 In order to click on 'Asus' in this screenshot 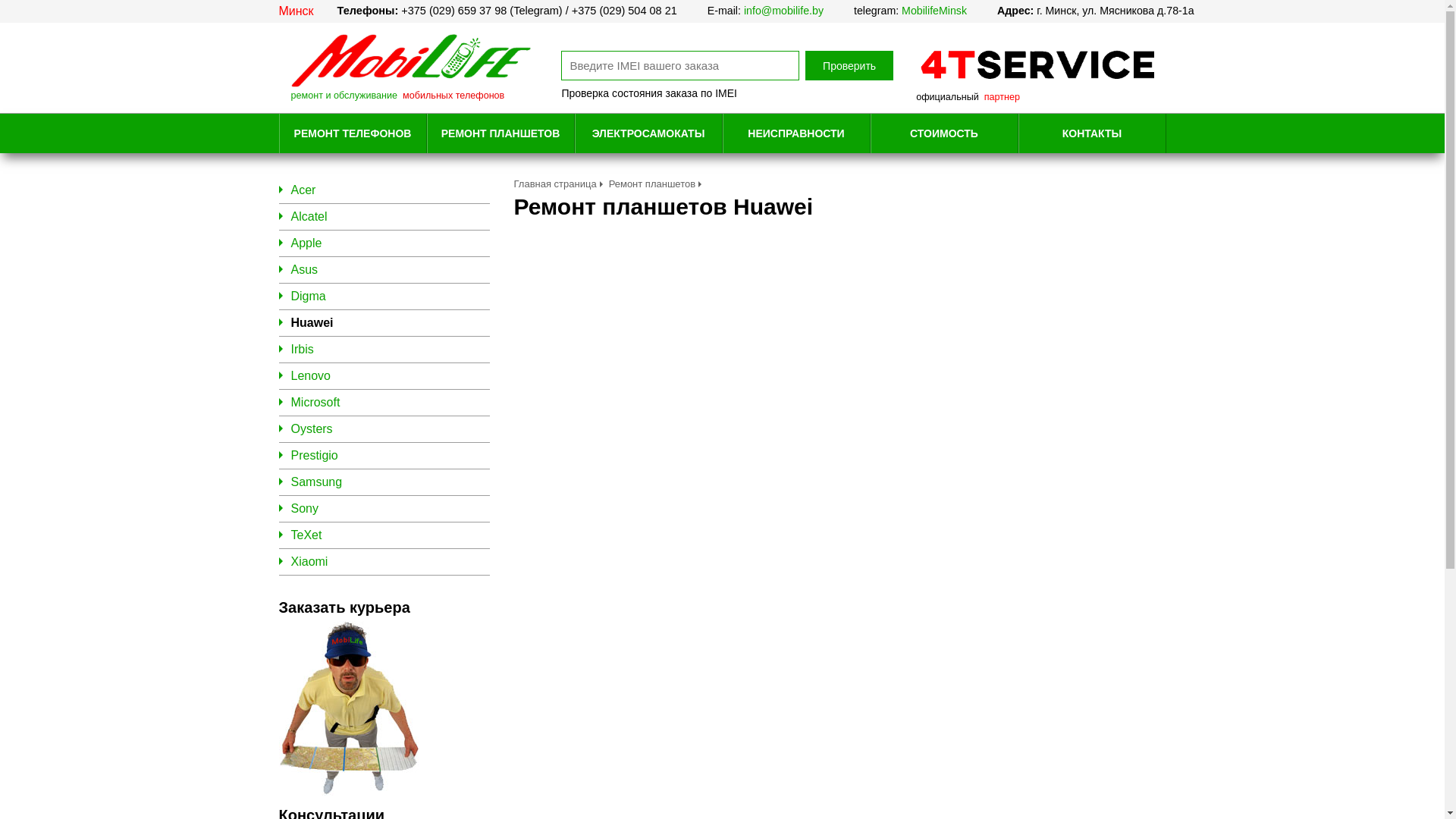, I will do `click(304, 268)`.